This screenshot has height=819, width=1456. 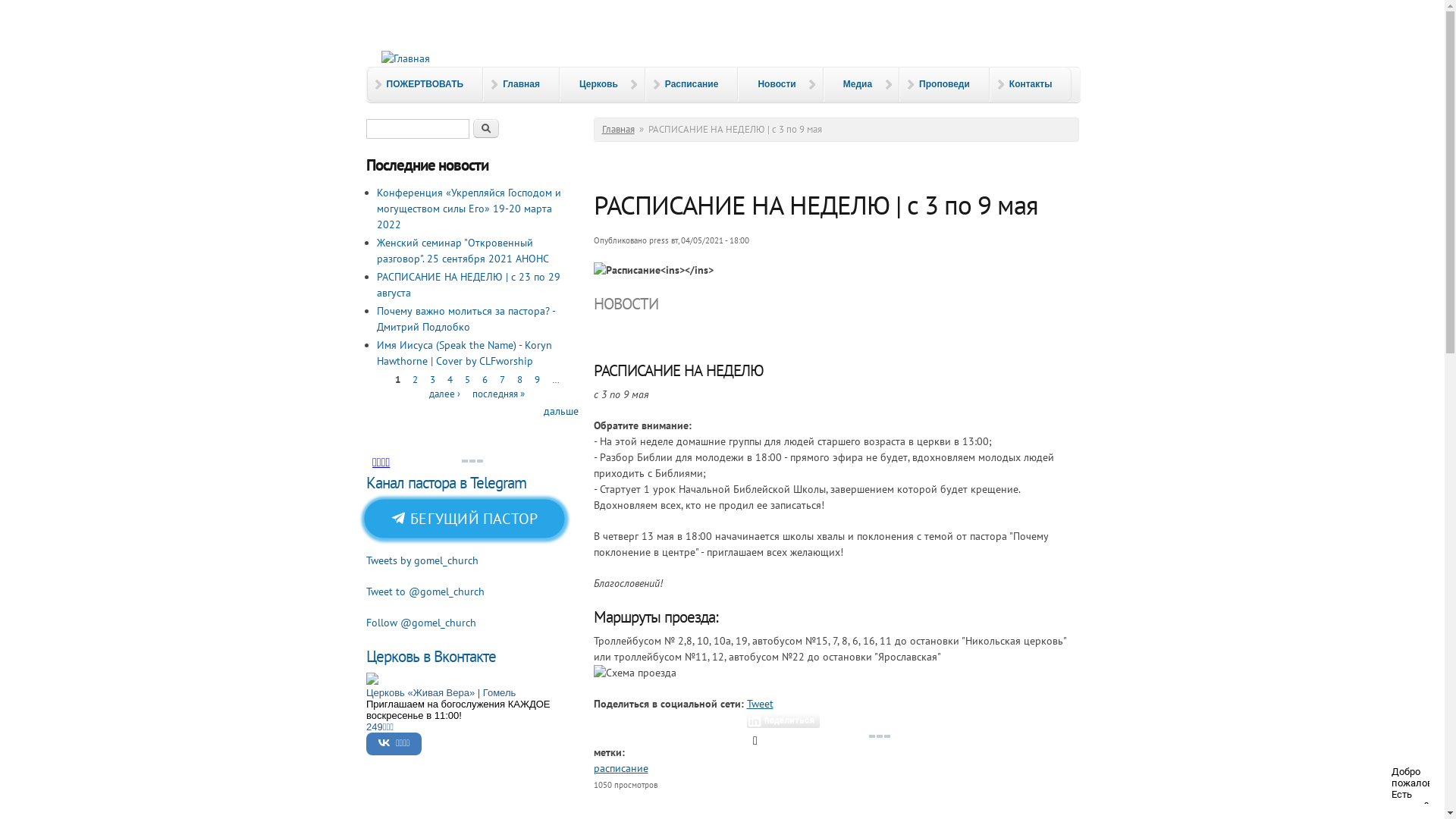 I want to click on 'Follow @gomel_church', so click(x=420, y=623).